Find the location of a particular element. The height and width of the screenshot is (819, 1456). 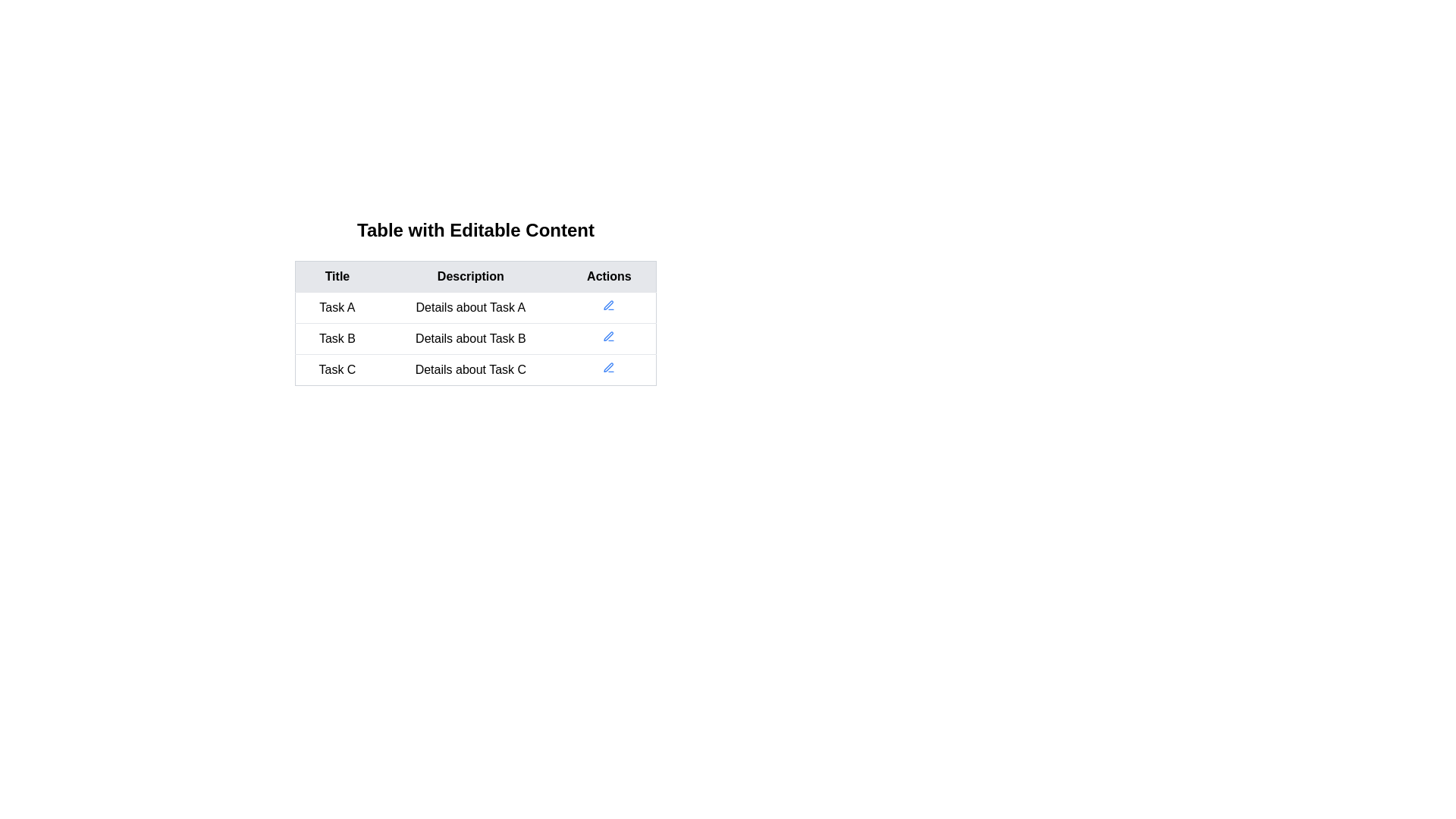

text content displayed in the Text display block under the 'Description' column for 'Task C' is located at coordinates (469, 370).